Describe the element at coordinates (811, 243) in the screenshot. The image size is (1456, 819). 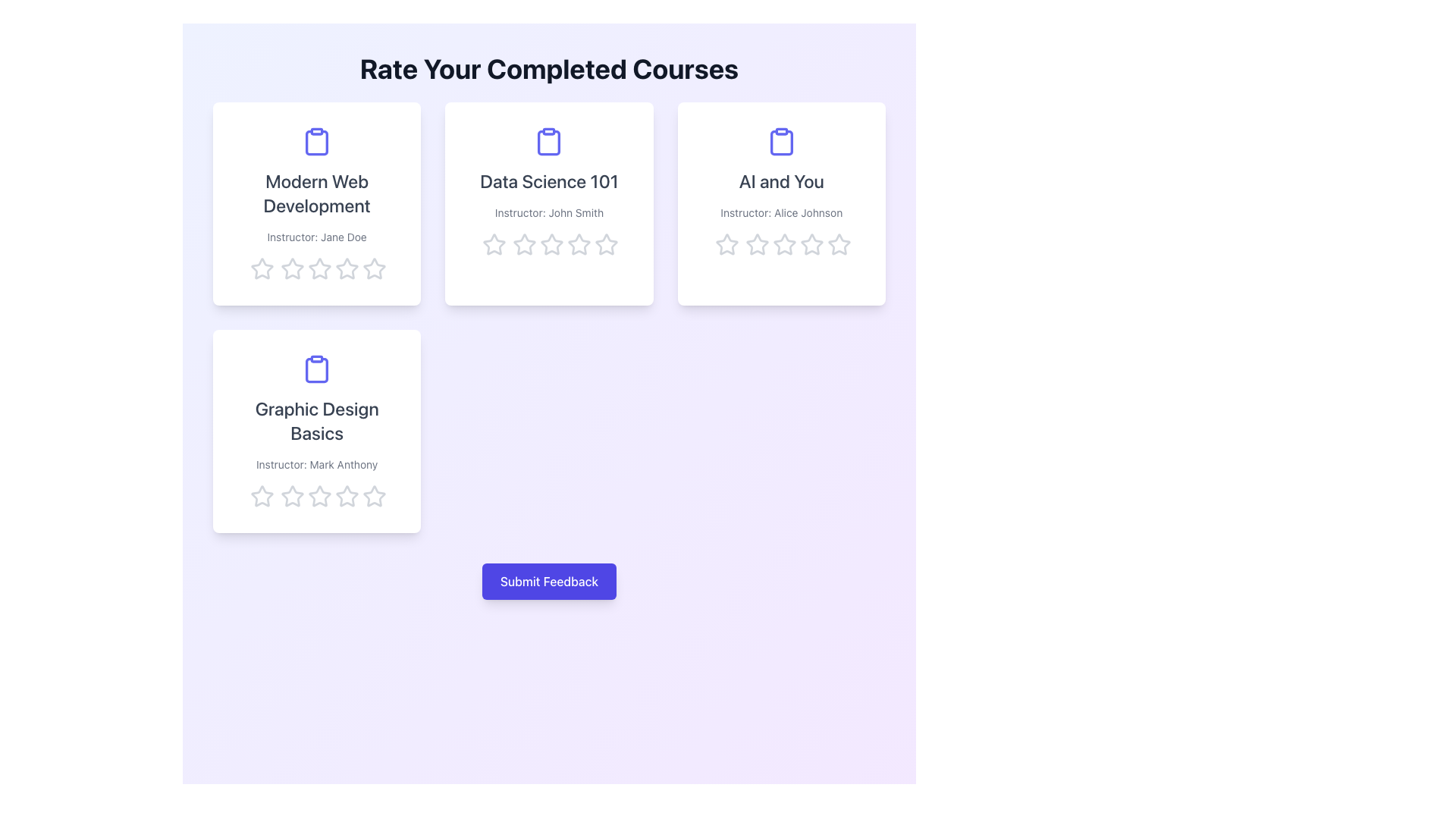
I see `the third star icon from the left in the five-star rating system located below the 'AI and You' course card` at that location.